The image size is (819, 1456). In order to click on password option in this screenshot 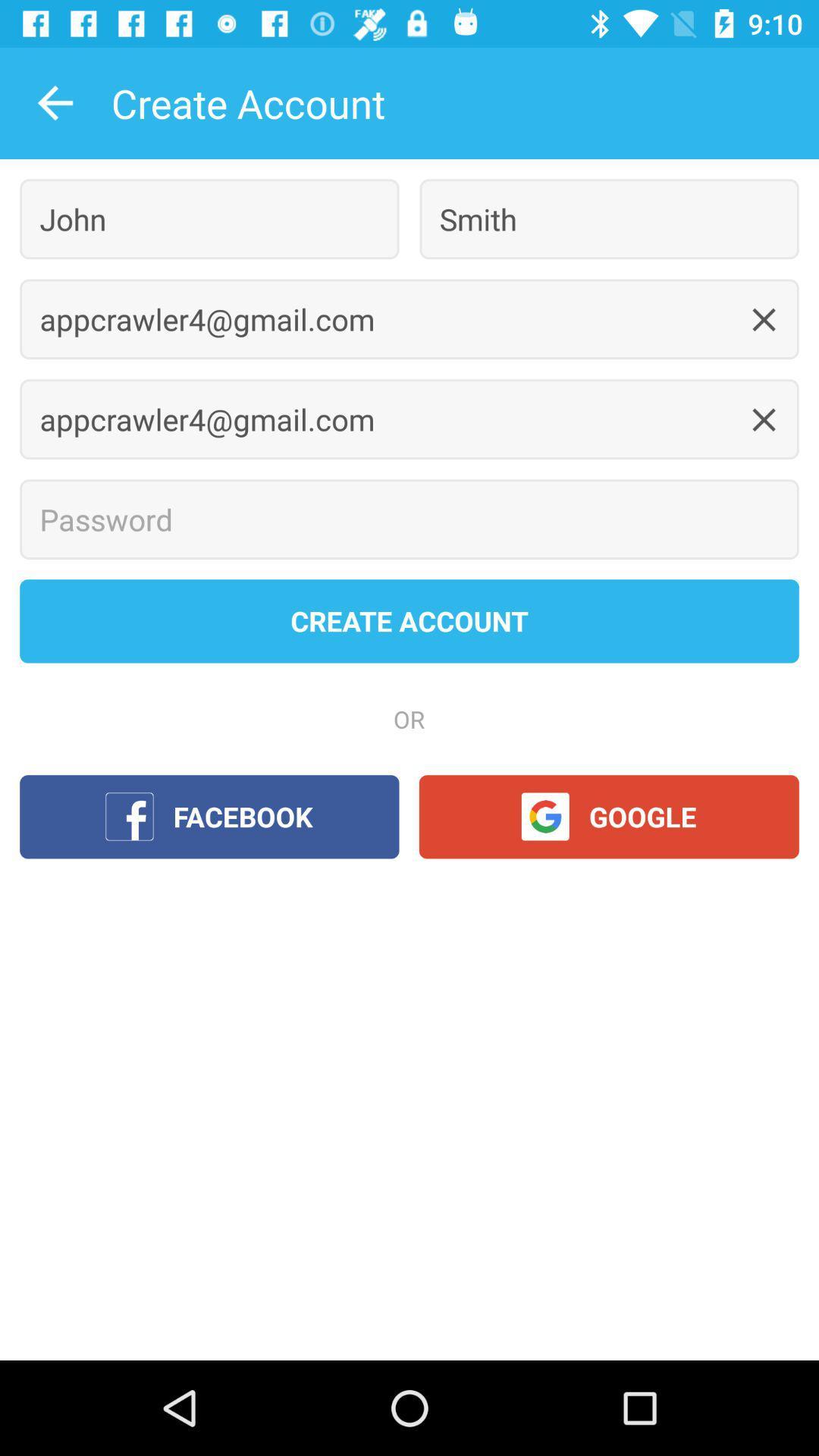, I will do `click(409, 519)`.